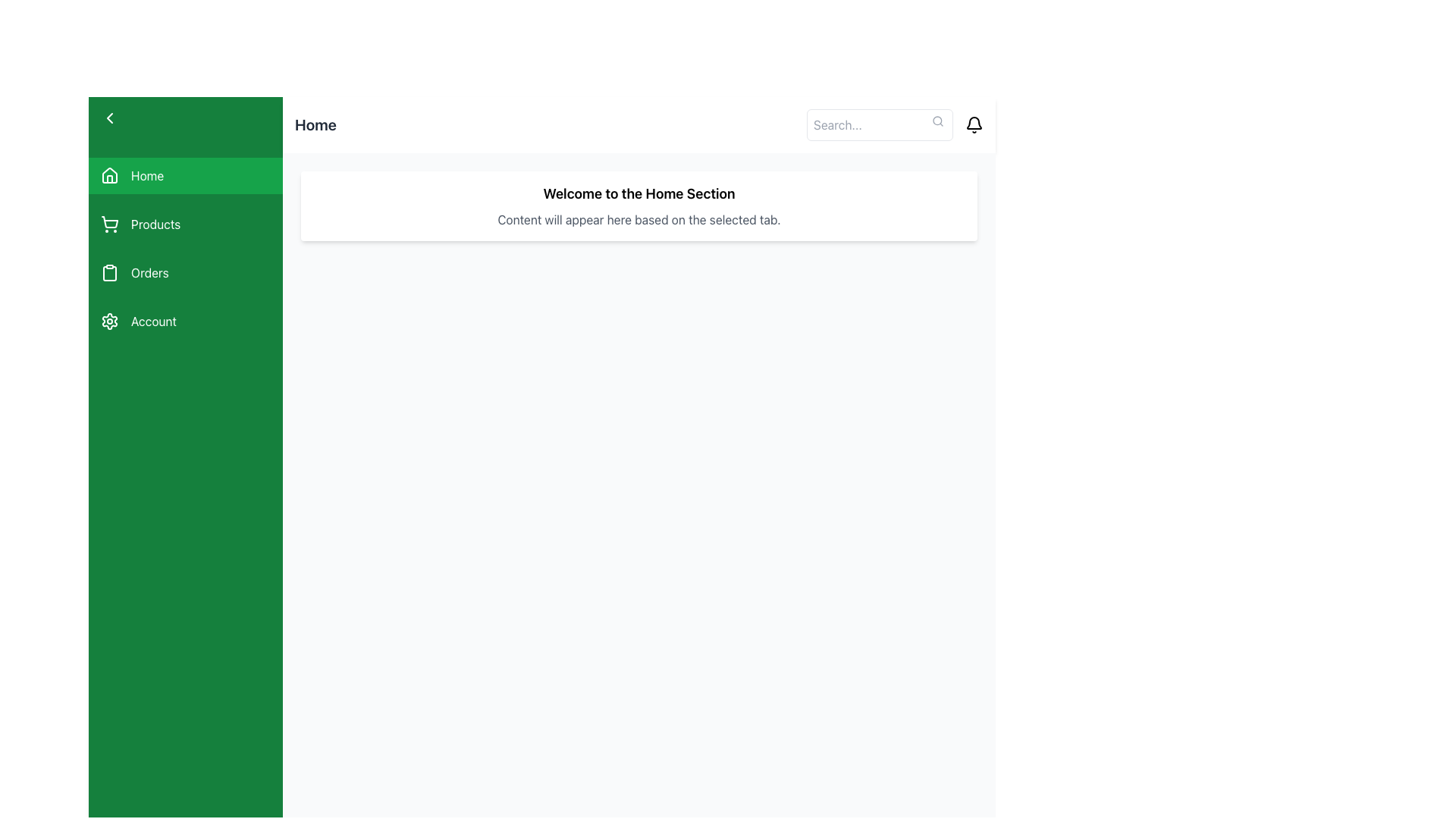 The width and height of the screenshot is (1456, 819). What do you see at coordinates (639, 219) in the screenshot?
I see `dynamic content feedback text located directly below the heading 'Welcome to the Home Section' in the card` at bounding box center [639, 219].